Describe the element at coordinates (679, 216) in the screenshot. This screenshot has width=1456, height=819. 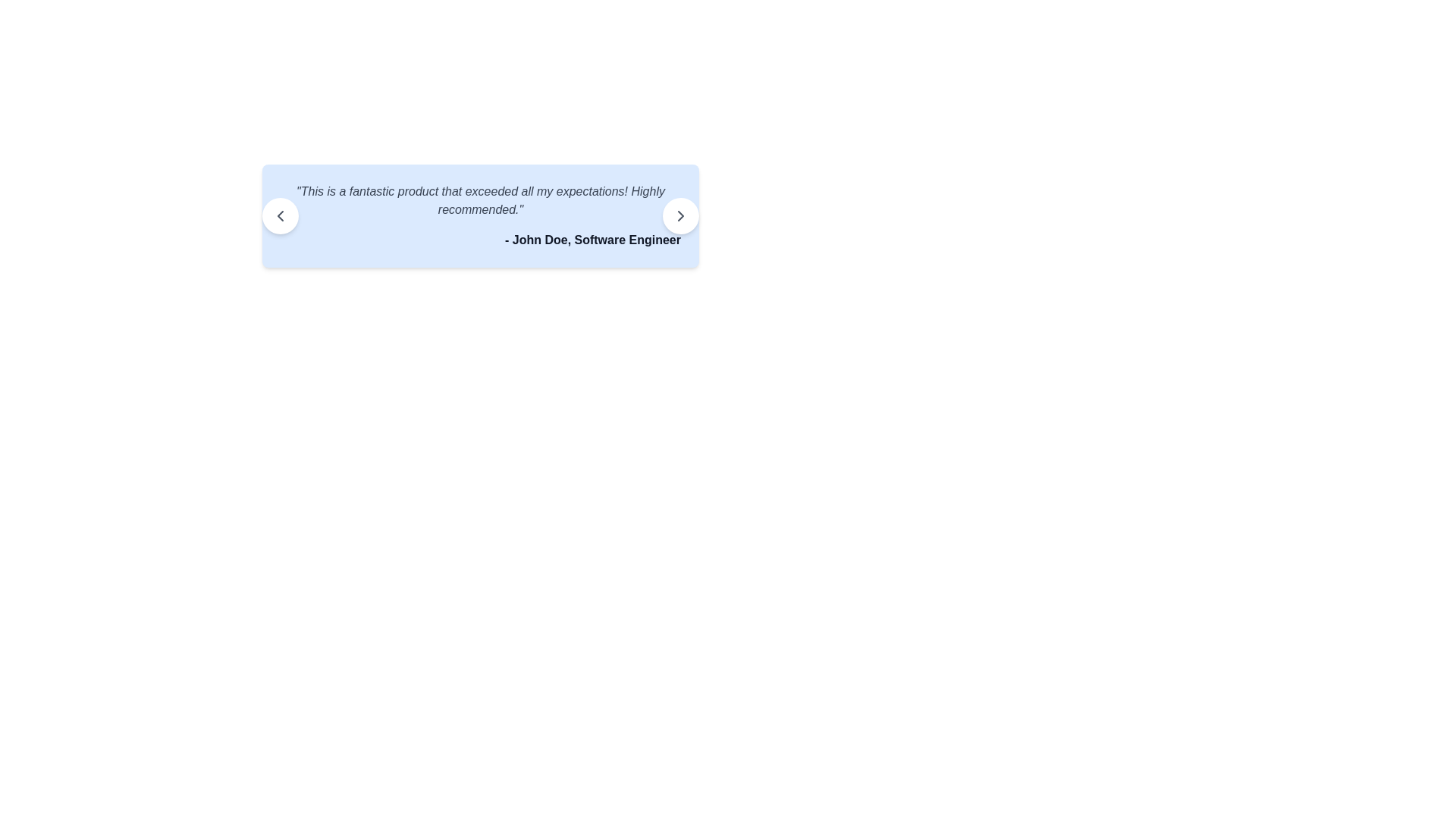
I see `the small rightward-pointing chevron icon, which is located at the far right end of a horizontal testimonial card, for reordering` at that location.